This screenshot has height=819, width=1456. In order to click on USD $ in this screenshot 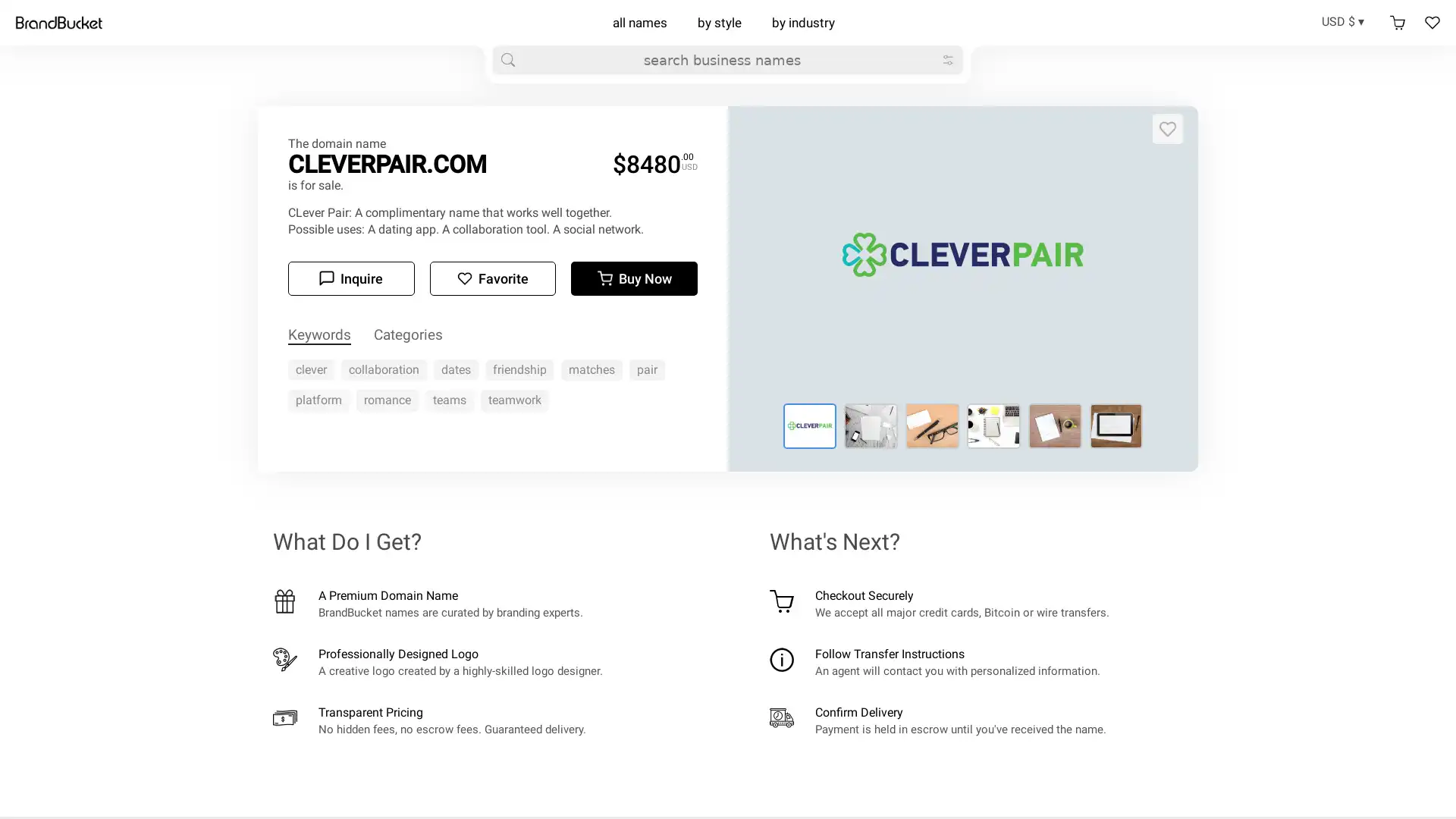, I will do `click(1348, 20)`.